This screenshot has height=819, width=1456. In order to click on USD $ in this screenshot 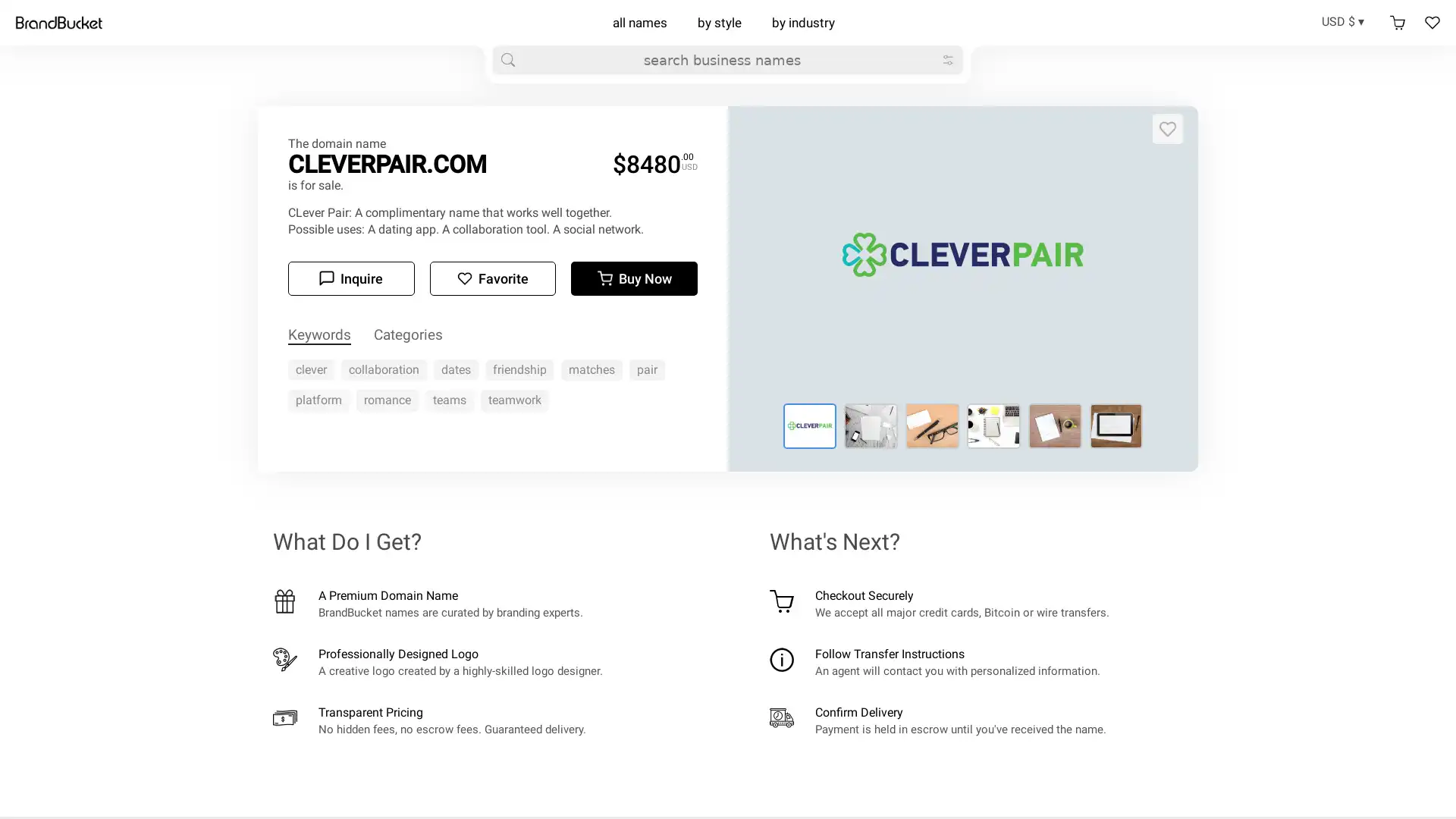, I will do `click(1348, 20)`.